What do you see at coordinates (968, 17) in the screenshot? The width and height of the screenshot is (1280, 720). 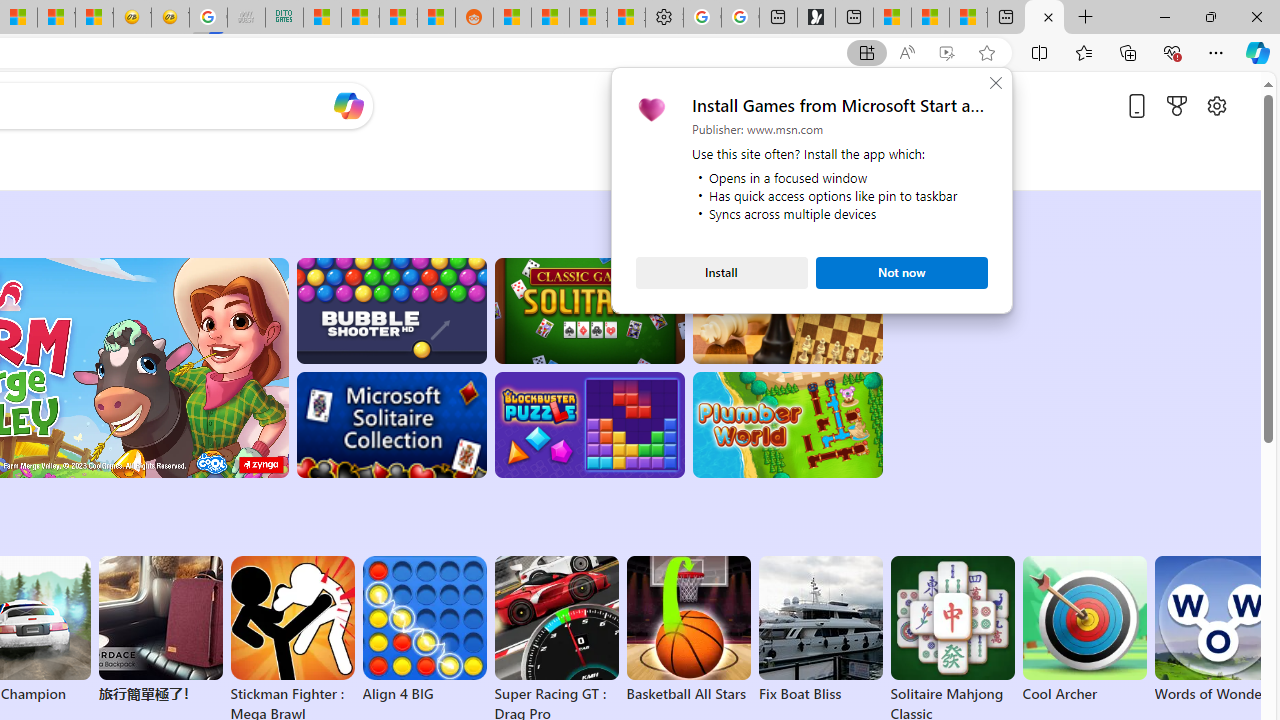 I see `'These 3 Stocks Pay You More Than 5% to Own Them'` at bounding box center [968, 17].